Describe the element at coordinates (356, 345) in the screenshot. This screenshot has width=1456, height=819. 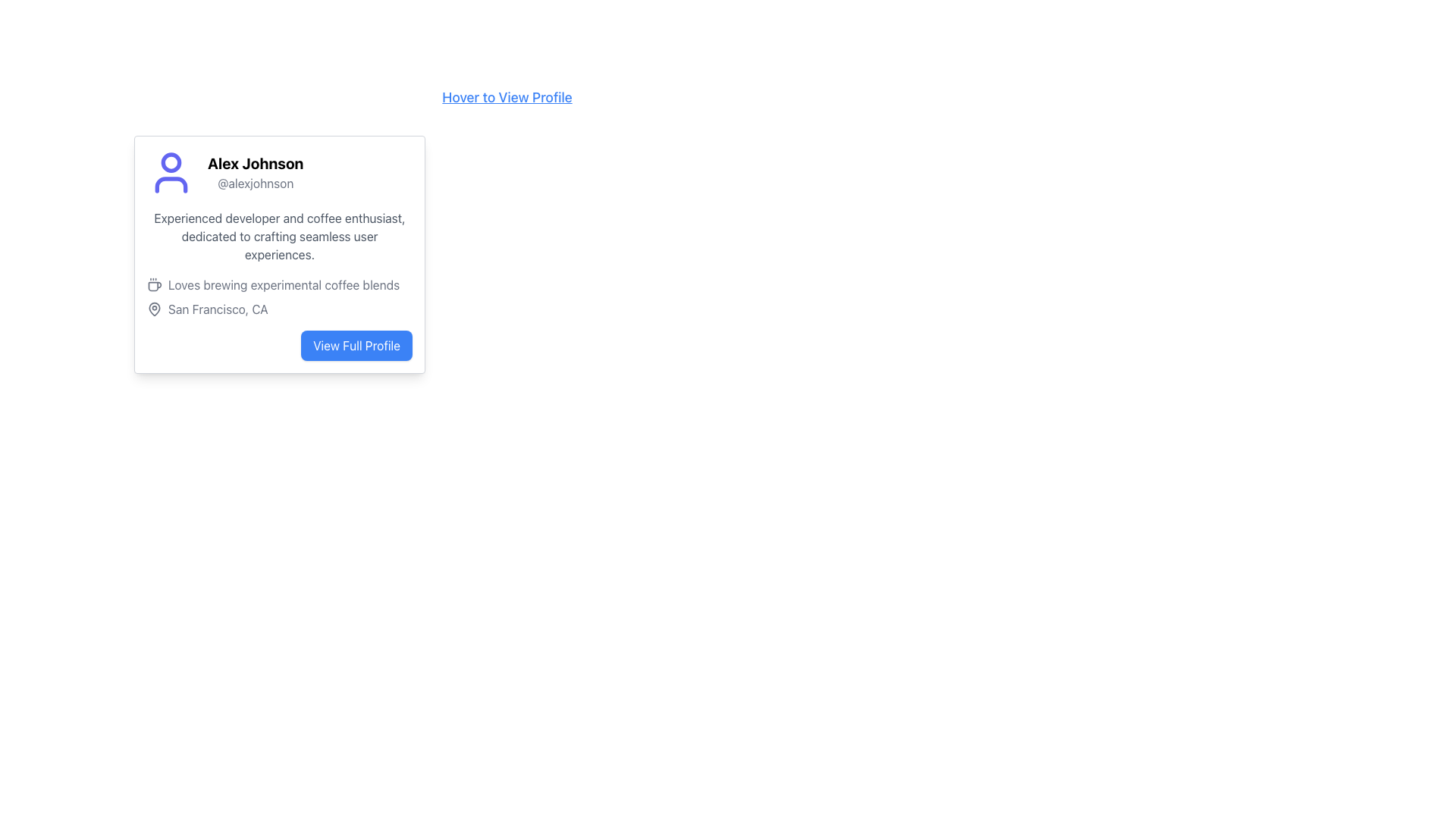
I see `the button located at the bottom-right of the profile card` at that location.